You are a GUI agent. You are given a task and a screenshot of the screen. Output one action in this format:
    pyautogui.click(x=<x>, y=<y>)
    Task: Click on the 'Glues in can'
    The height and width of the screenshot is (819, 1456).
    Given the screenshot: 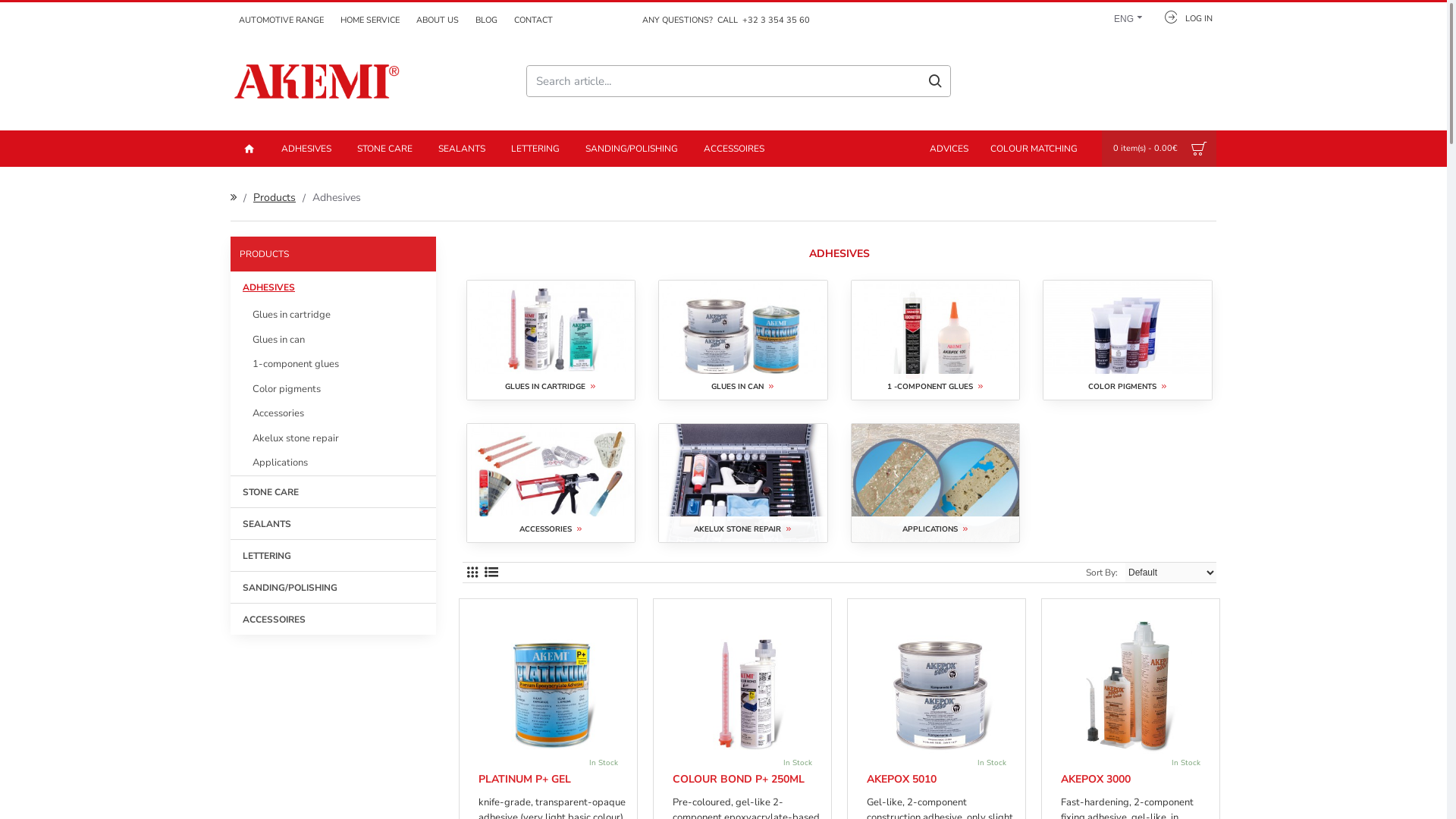 What is the action you would take?
    pyautogui.click(x=229, y=339)
    